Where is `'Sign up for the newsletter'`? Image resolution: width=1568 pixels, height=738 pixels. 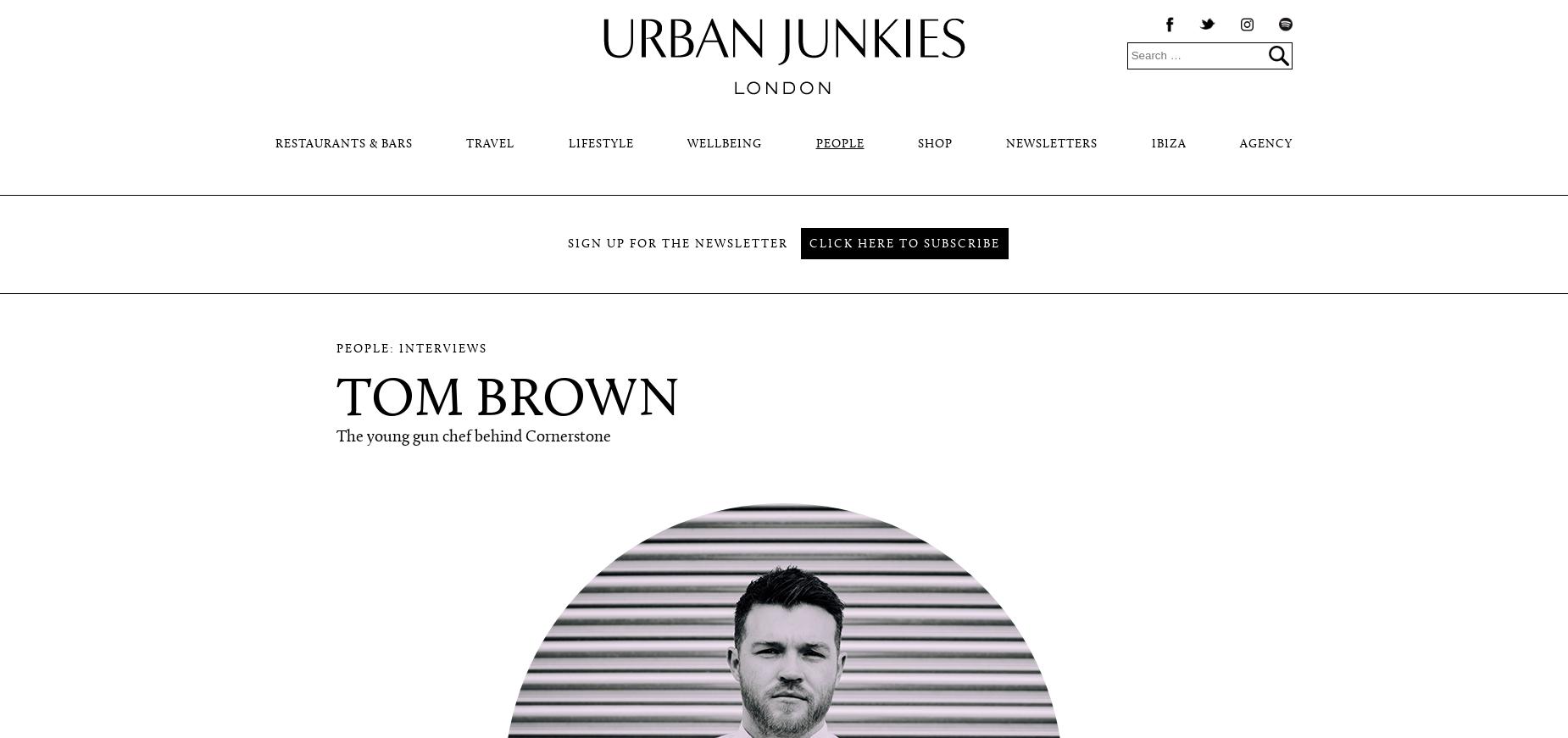 'Sign up for the newsletter' is located at coordinates (677, 244).